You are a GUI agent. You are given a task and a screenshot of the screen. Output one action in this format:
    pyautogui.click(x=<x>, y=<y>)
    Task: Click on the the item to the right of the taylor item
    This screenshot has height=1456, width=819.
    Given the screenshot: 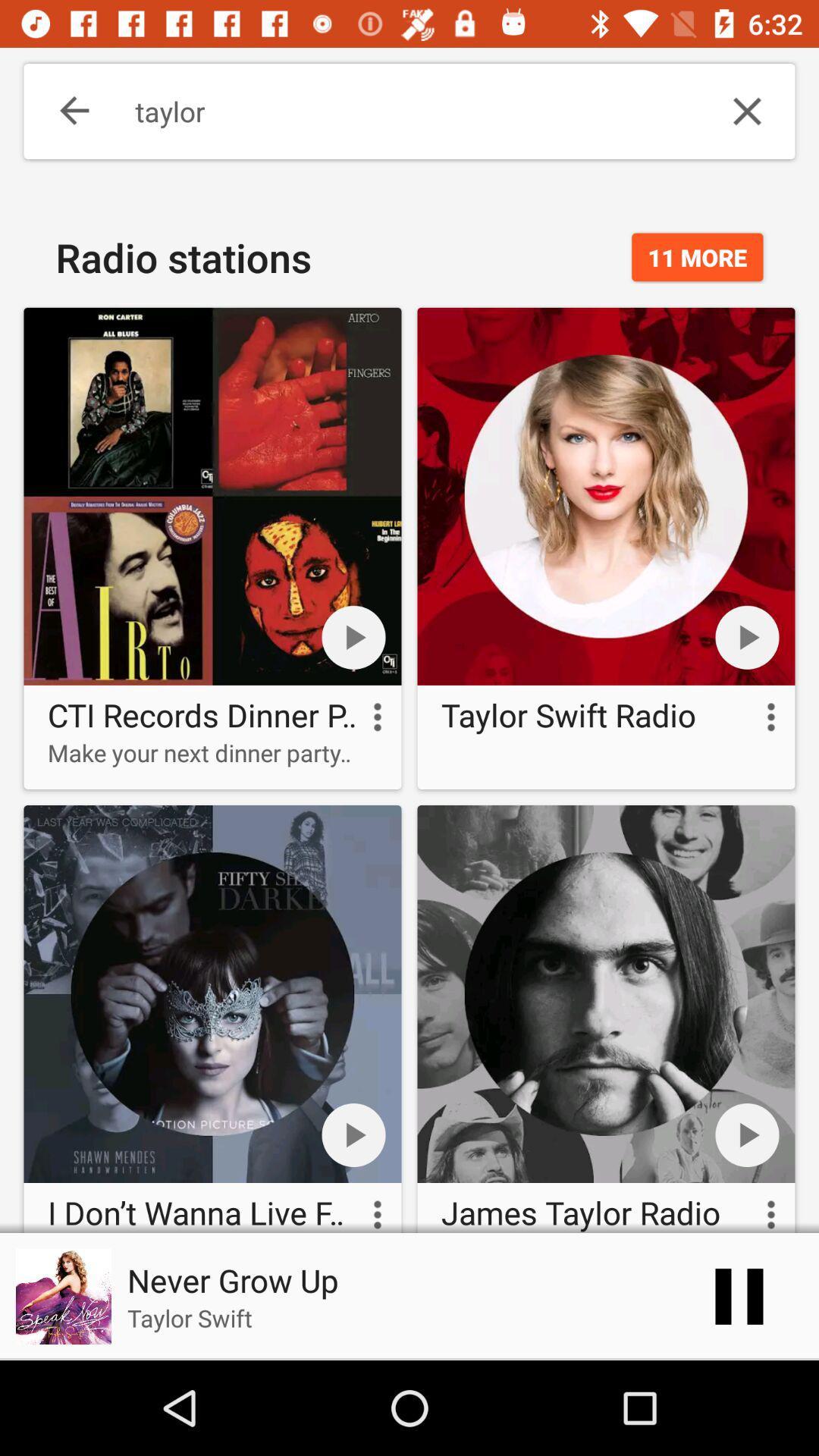 What is the action you would take?
    pyautogui.click(x=746, y=111)
    